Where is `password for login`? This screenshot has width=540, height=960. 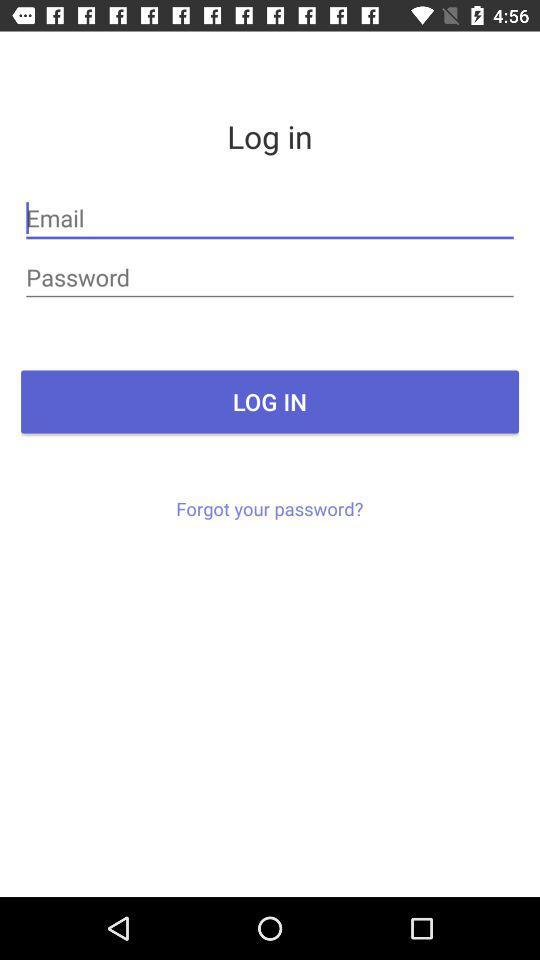
password for login is located at coordinates (270, 276).